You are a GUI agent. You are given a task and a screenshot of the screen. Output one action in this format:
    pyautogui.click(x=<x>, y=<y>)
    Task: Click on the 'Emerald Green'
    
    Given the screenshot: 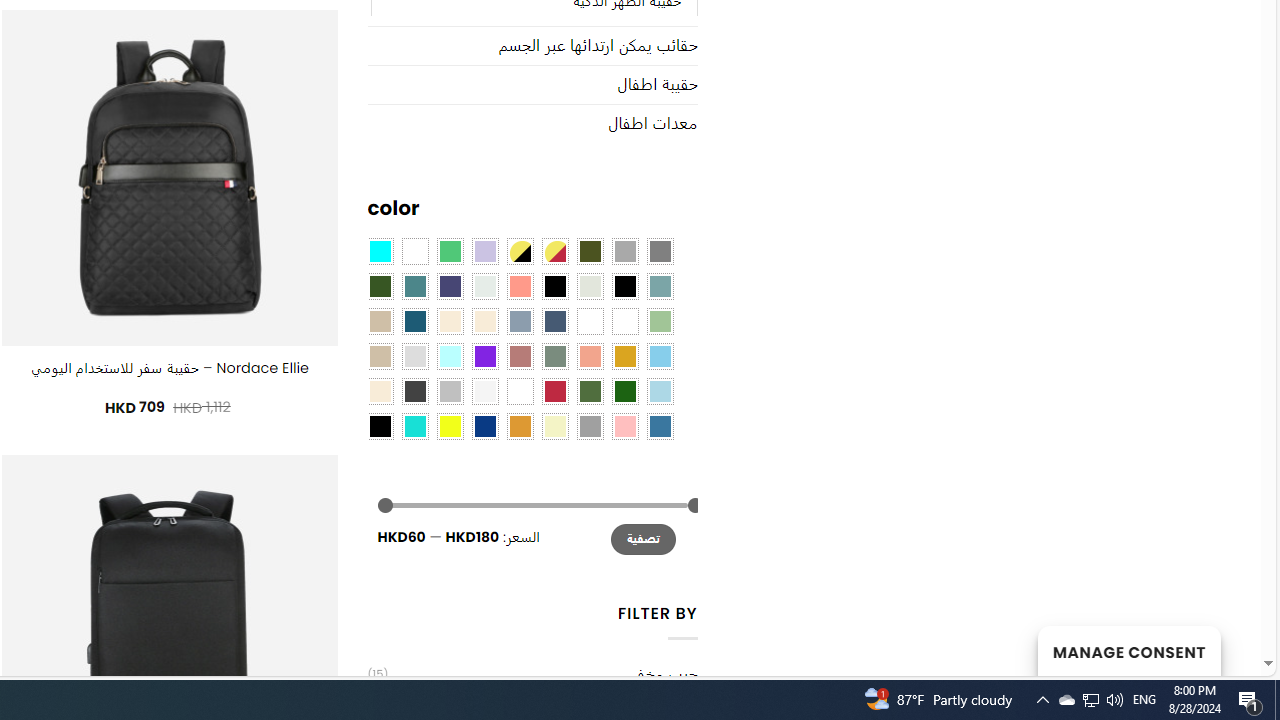 What is the action you would take?
    pyautogui.click(x=448, y=250)
    